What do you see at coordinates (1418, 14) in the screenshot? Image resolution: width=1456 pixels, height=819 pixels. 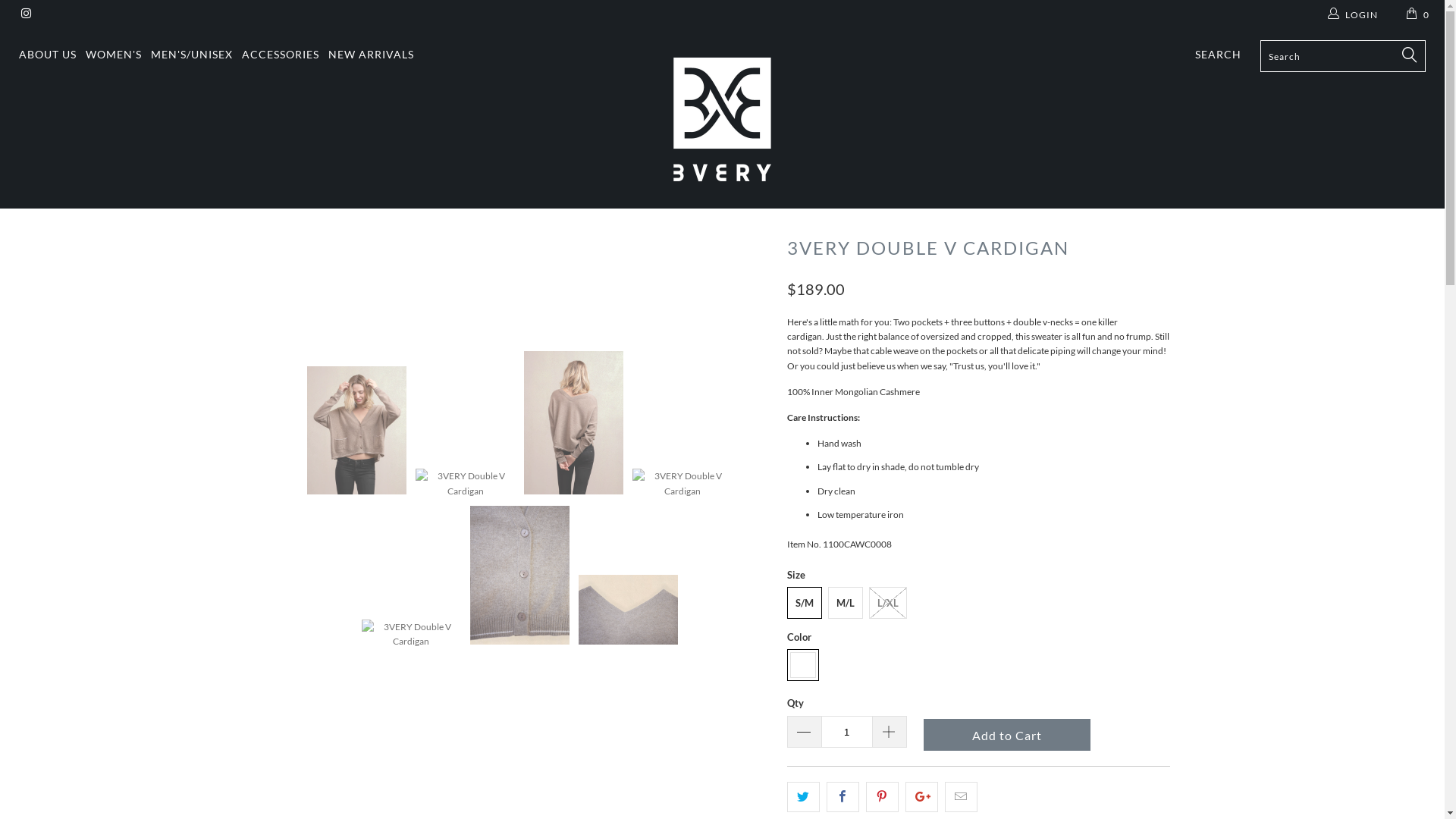 I see `'0'` at bounding box center [1418, 14].